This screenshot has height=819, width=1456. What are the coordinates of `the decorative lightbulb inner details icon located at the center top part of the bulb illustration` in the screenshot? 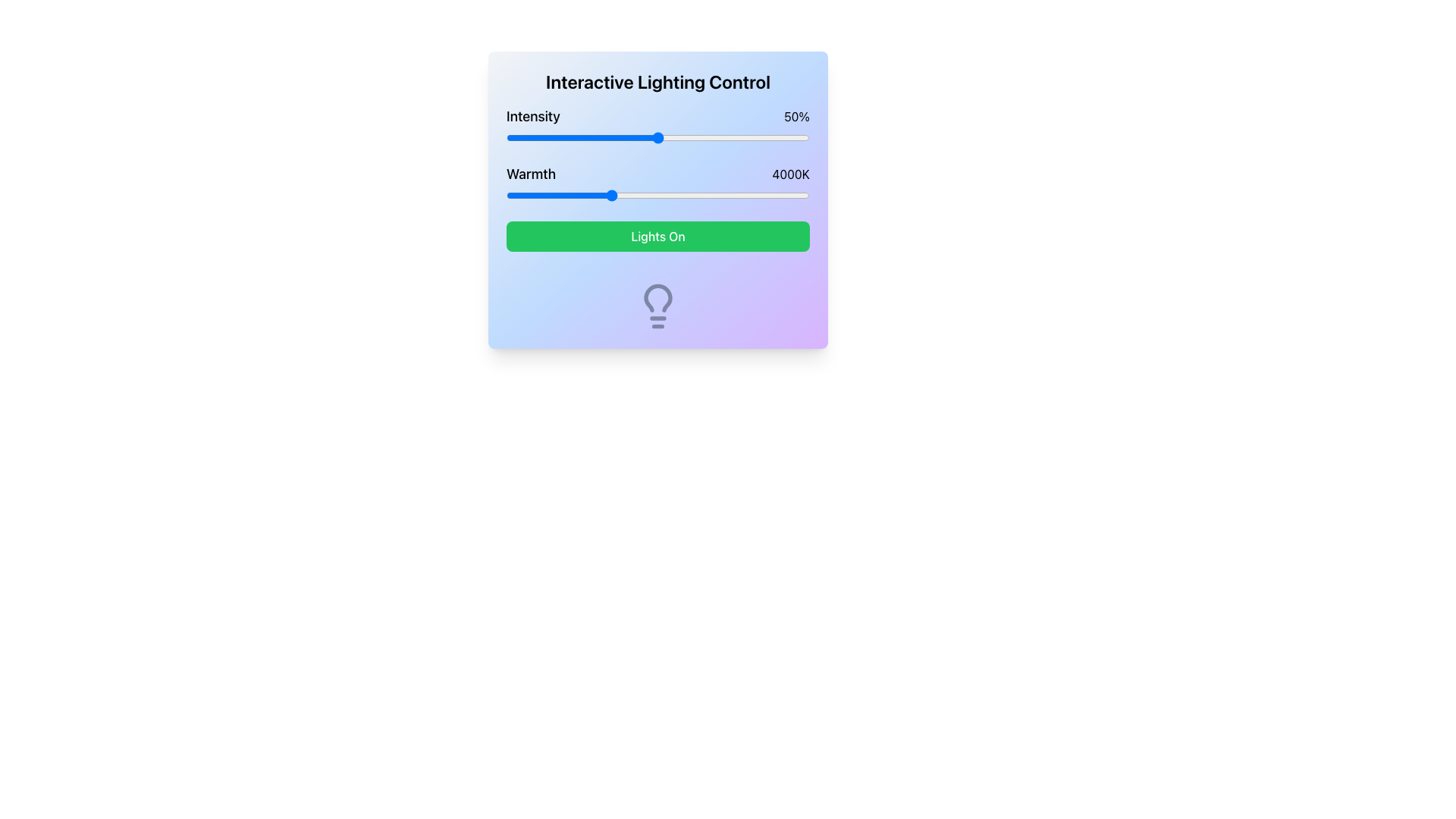 It's located at (658, 298).